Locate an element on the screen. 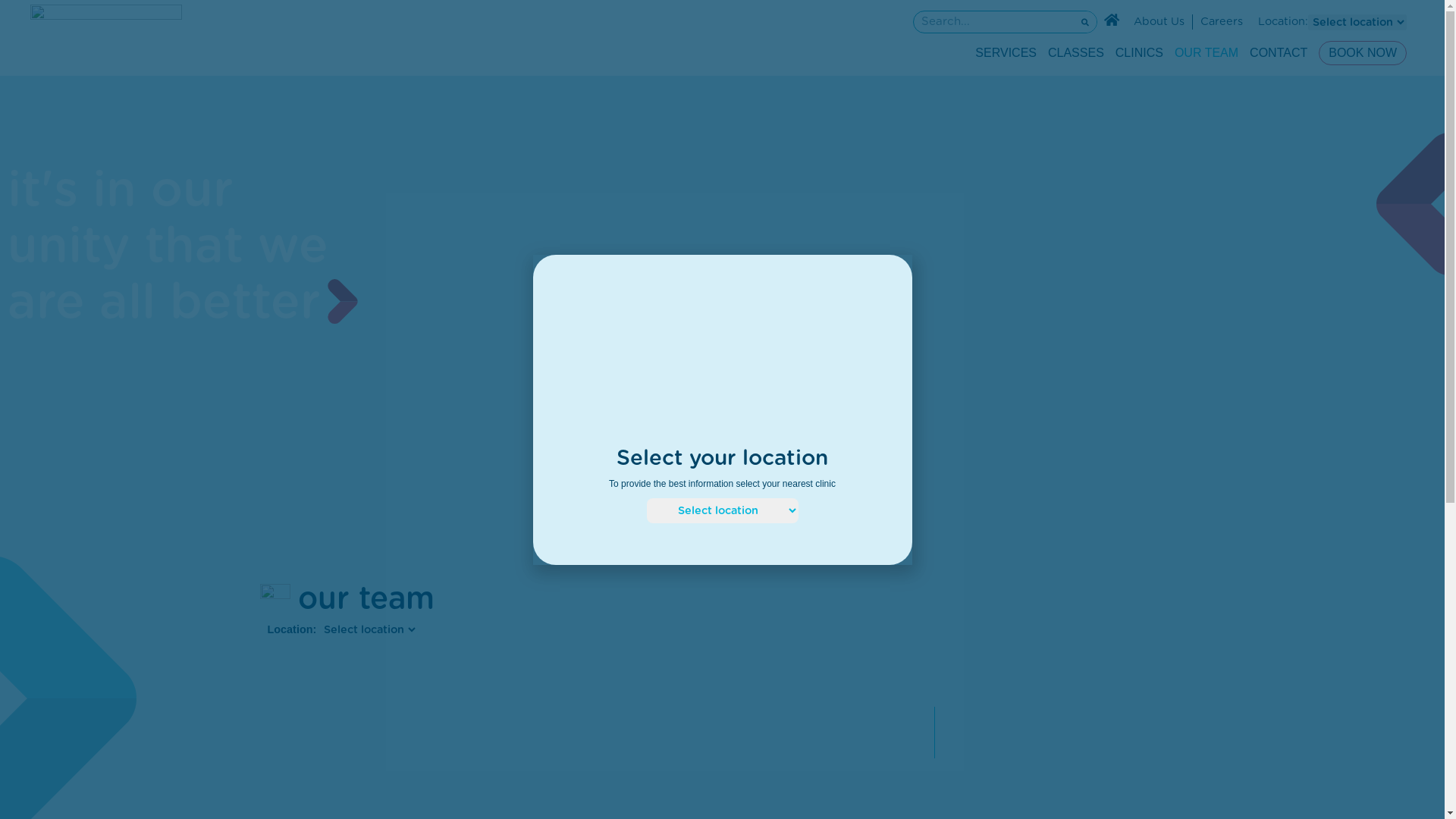  'SERVICES' is located at coordinates (1006, 52).